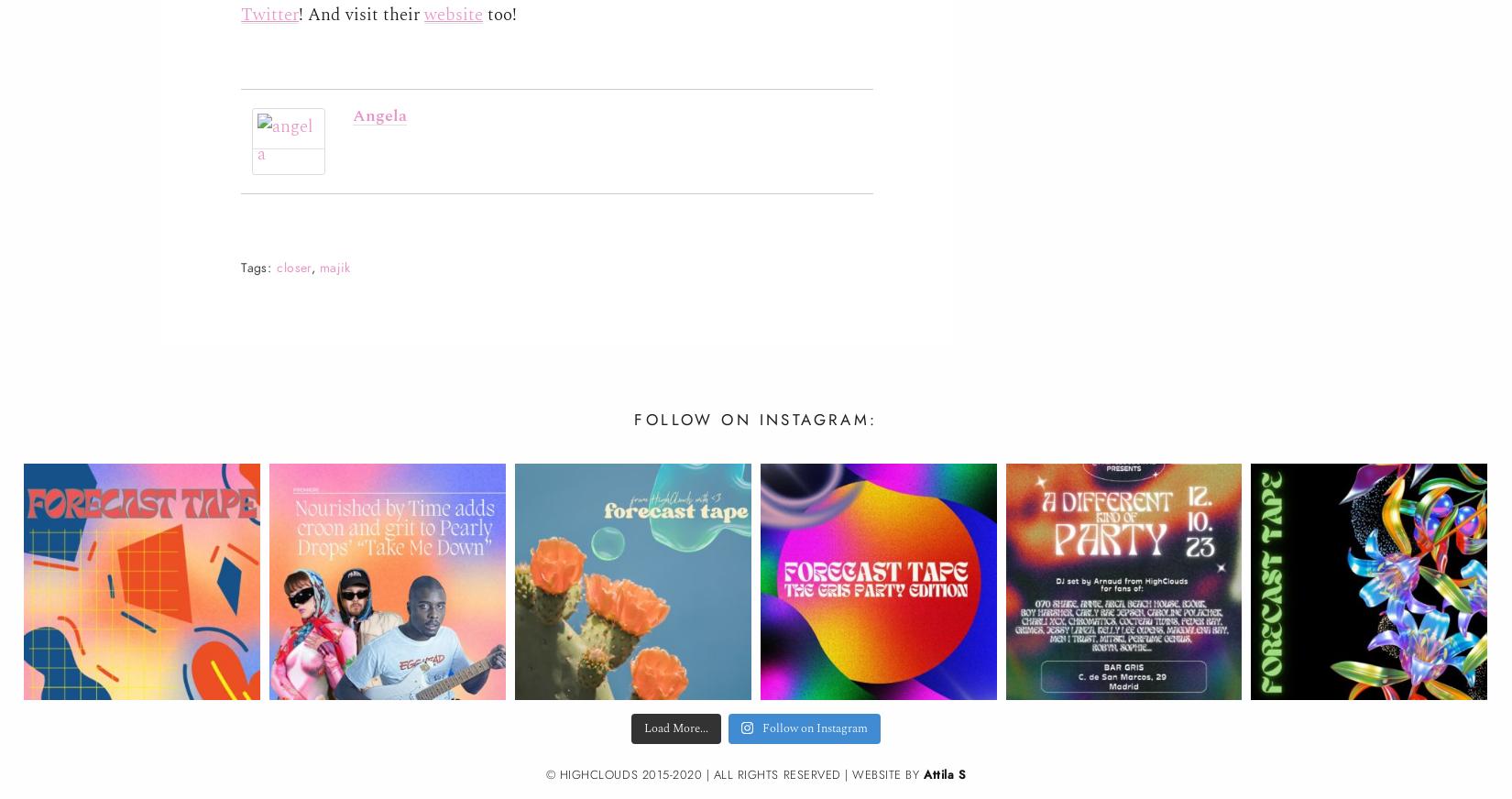  What do you see at coordinates (692, 418) in the screenshot?
I see `'Follow on'` at bounding box center [692, 418].